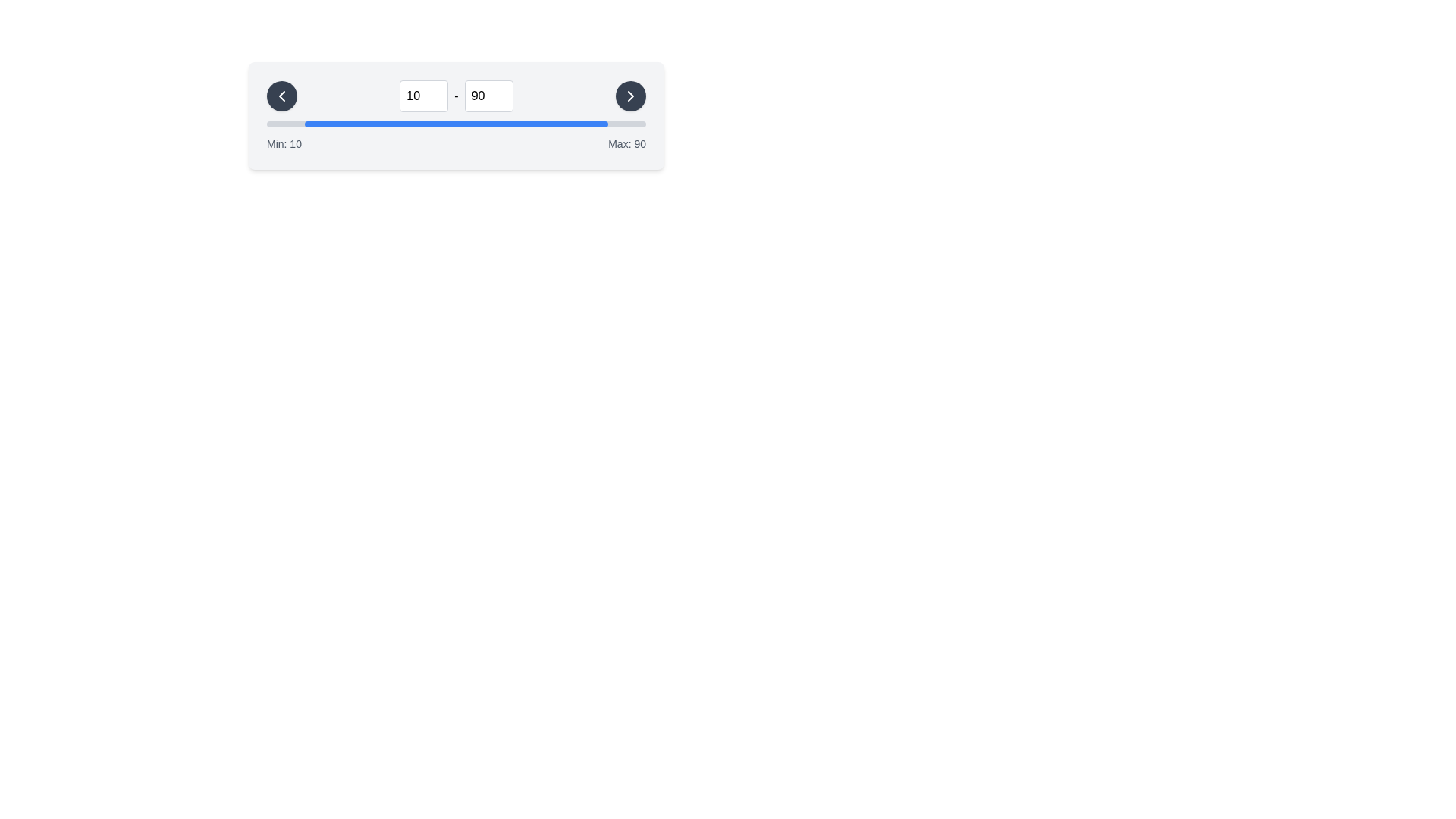 The width and height of the screenshot is (1456, 819). What do you see at coordinates (455, 143) in the screenshot?
I see `the text label displaying 'Min: 10' and 'Max: 90' located beneath the slider bar at the bottom of the component` at bounding box center [455, 143].